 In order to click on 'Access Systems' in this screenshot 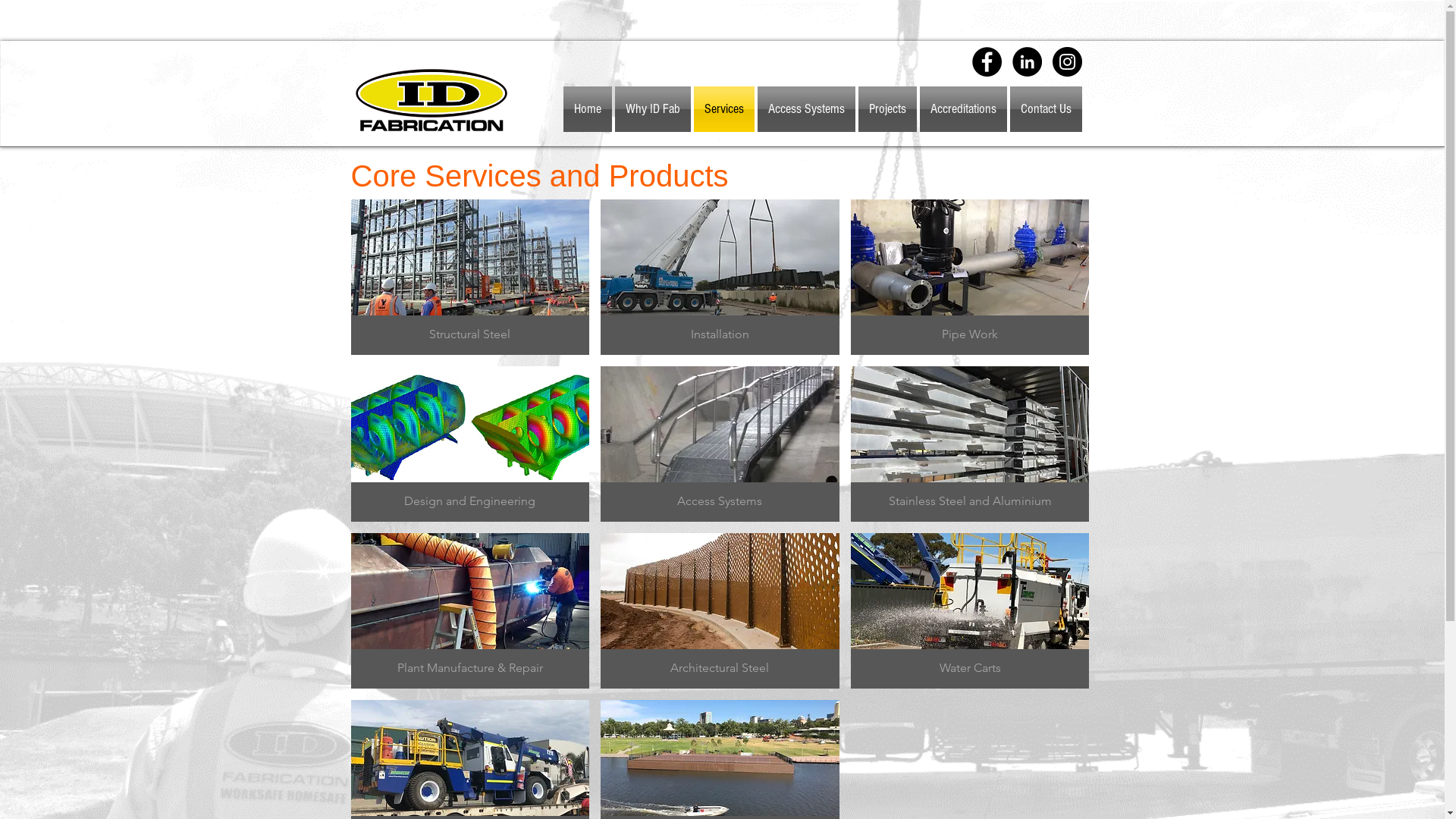, I will do `click(805, 108)`.